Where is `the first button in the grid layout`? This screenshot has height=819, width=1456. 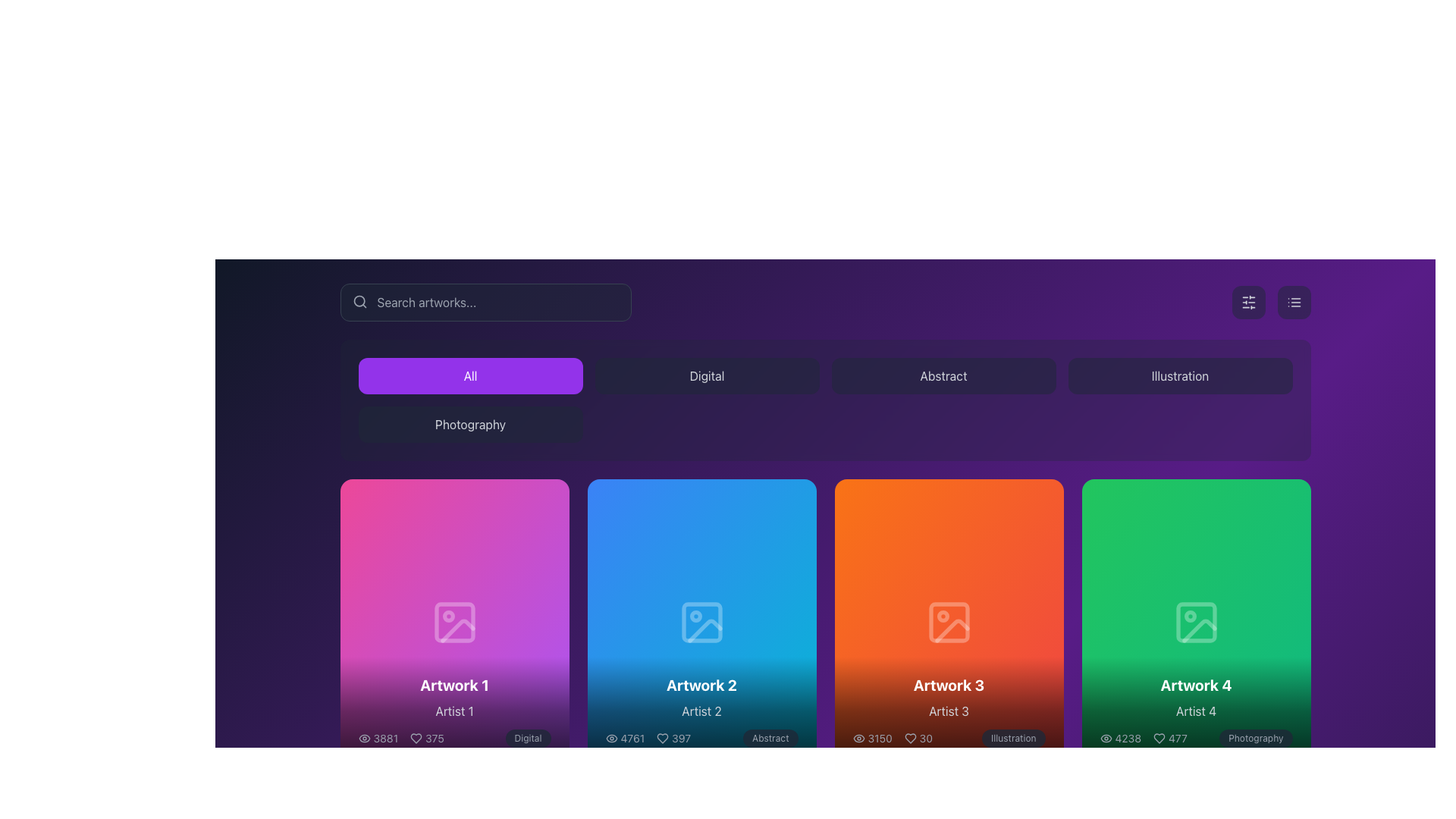
the first button in the grid layout is located at coordinates (469, 375).